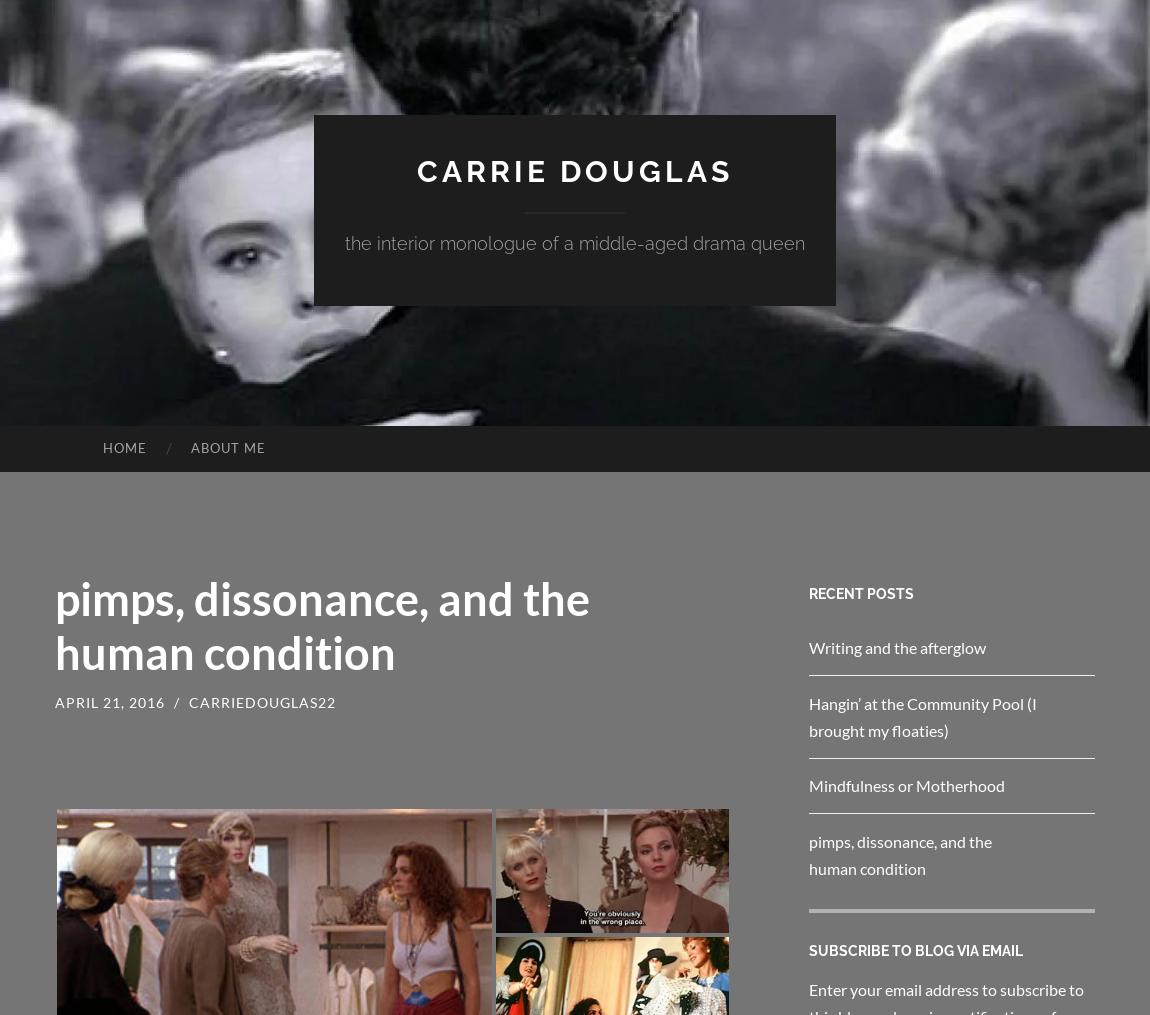 Image resolution: width=1150 pixels, height=1015 pixels. Describe the element at coordinates (808, 646) in the screenshot. I see `'Writing and the afterglow'` at that location.